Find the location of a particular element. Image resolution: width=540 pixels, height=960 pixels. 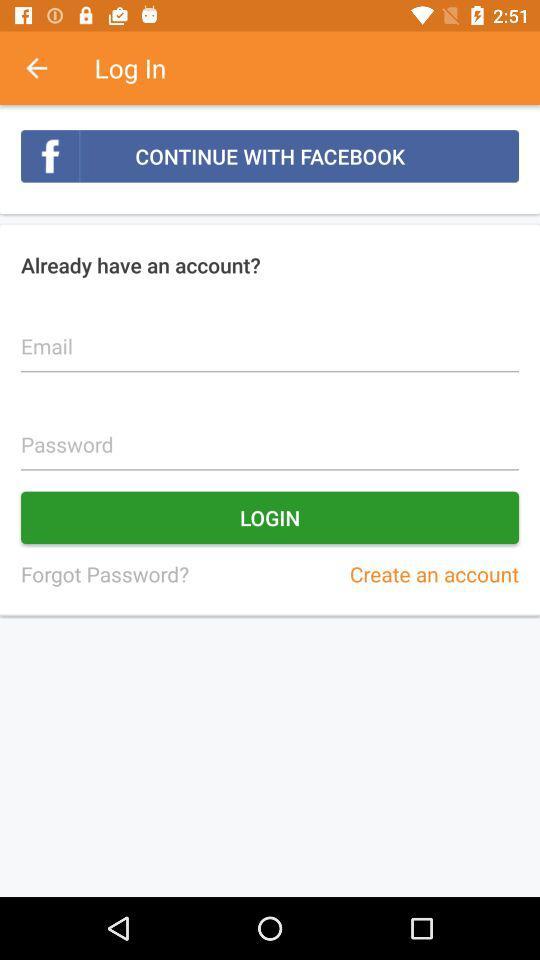

input information is located at coordinates (270, 433).